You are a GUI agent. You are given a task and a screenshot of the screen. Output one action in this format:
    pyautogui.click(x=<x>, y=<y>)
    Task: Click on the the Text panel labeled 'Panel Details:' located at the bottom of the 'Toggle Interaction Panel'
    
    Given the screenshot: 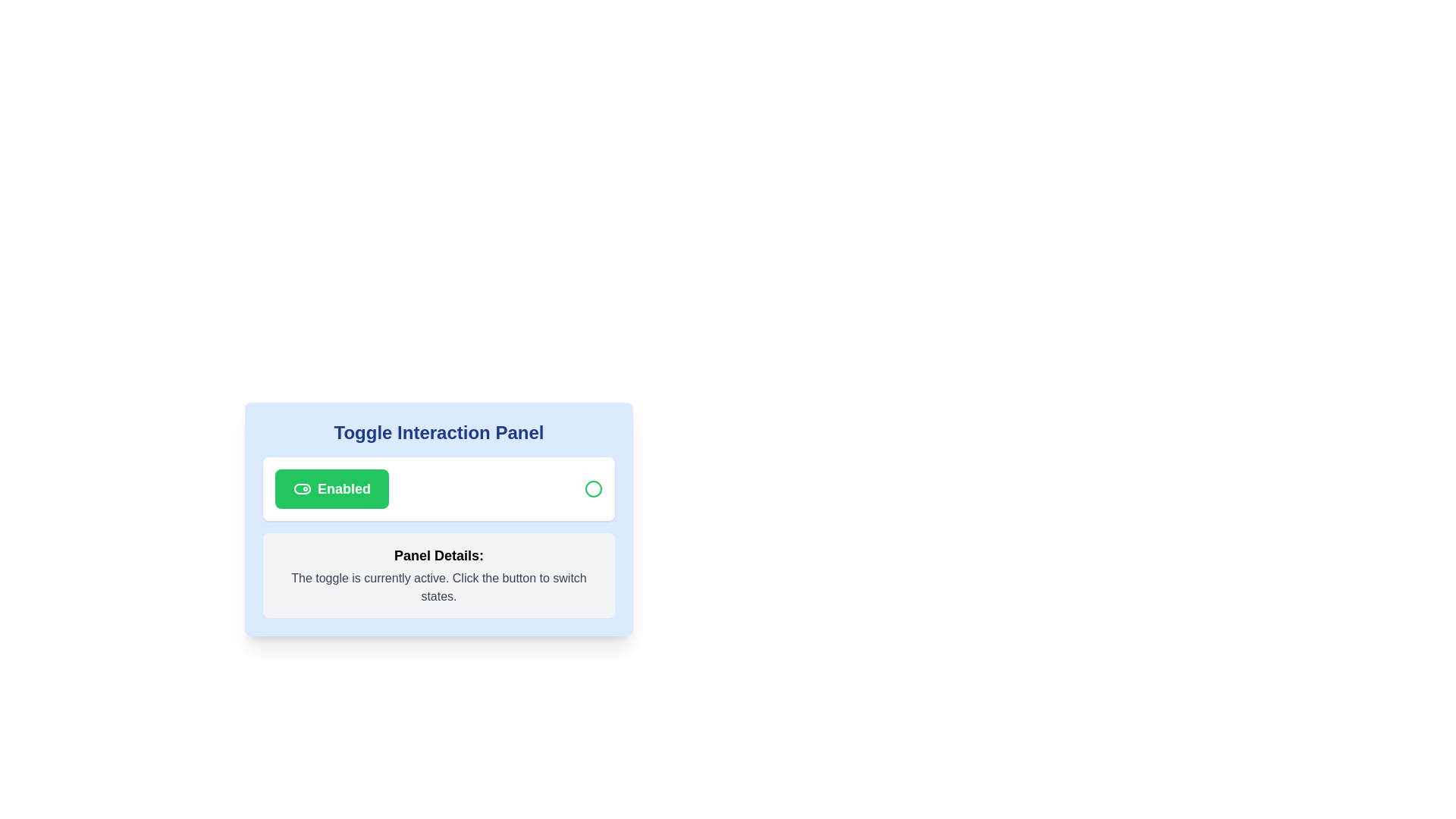 What is the action you would take?
    pyautogui.click(x=438, y=576)
    